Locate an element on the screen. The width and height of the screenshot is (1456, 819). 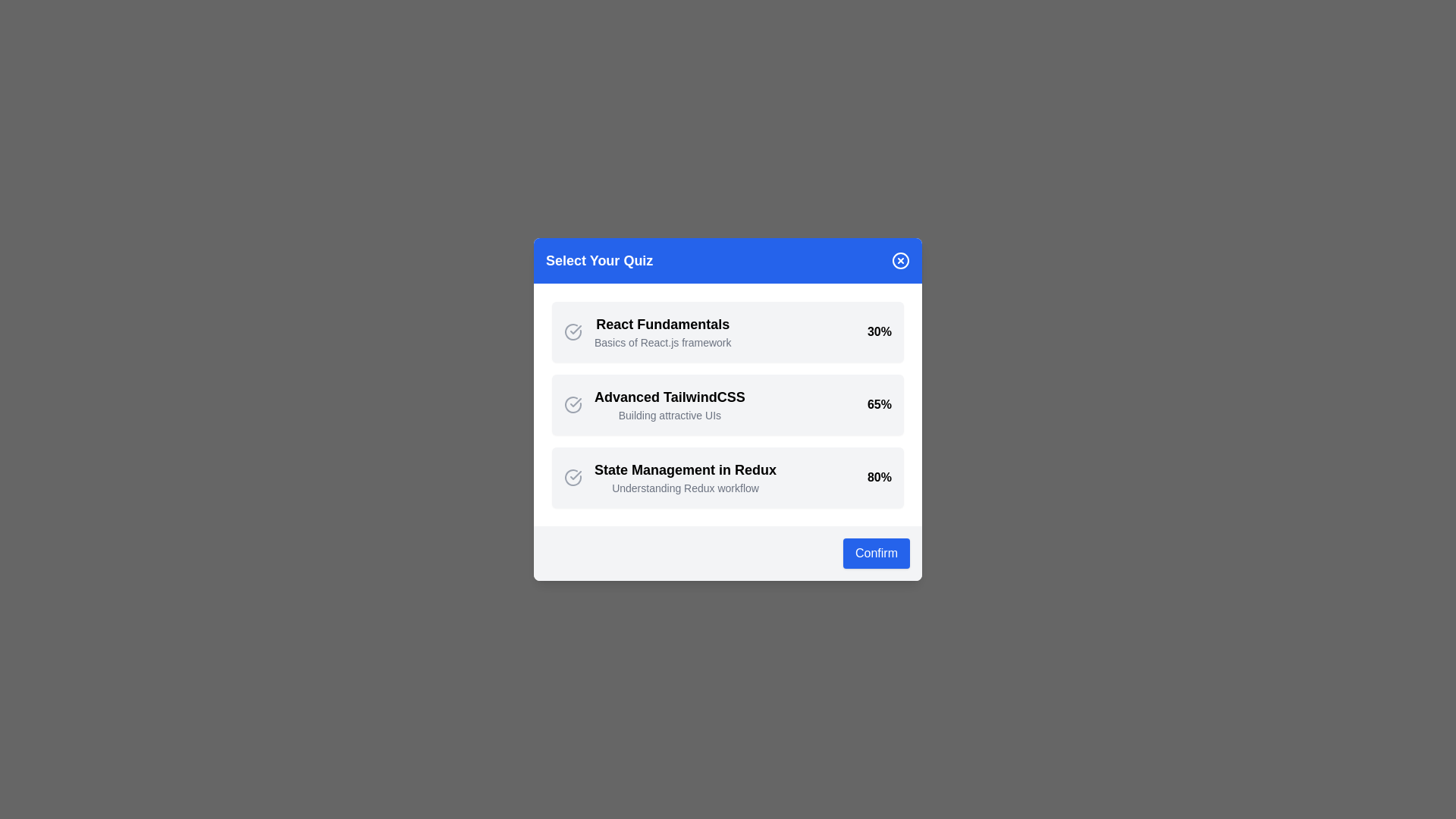
the details of the quiz titled React Fundamentals is located at coordinates (662, 324).